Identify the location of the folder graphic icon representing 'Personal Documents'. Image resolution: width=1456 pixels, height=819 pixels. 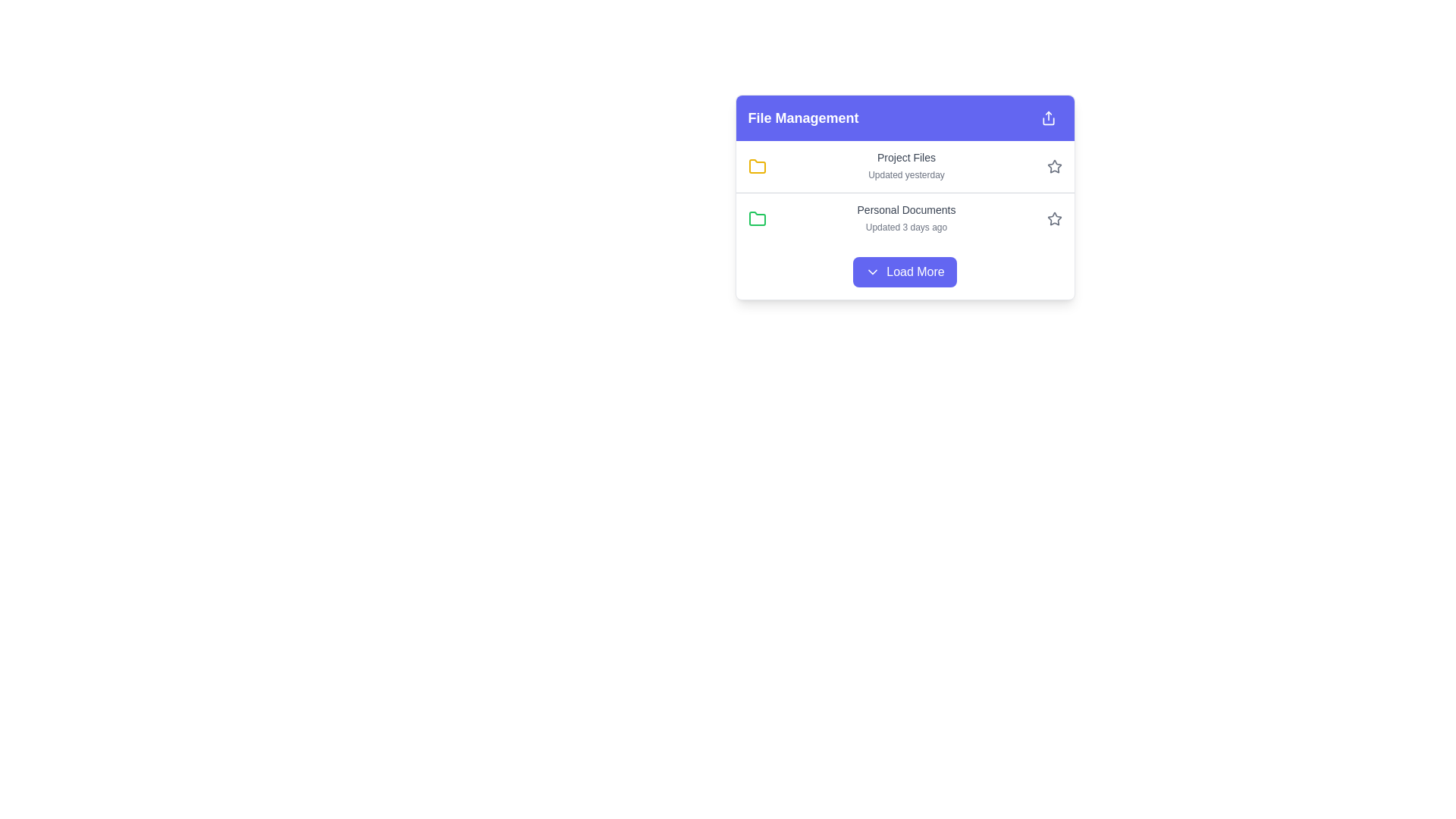
(757, 219).